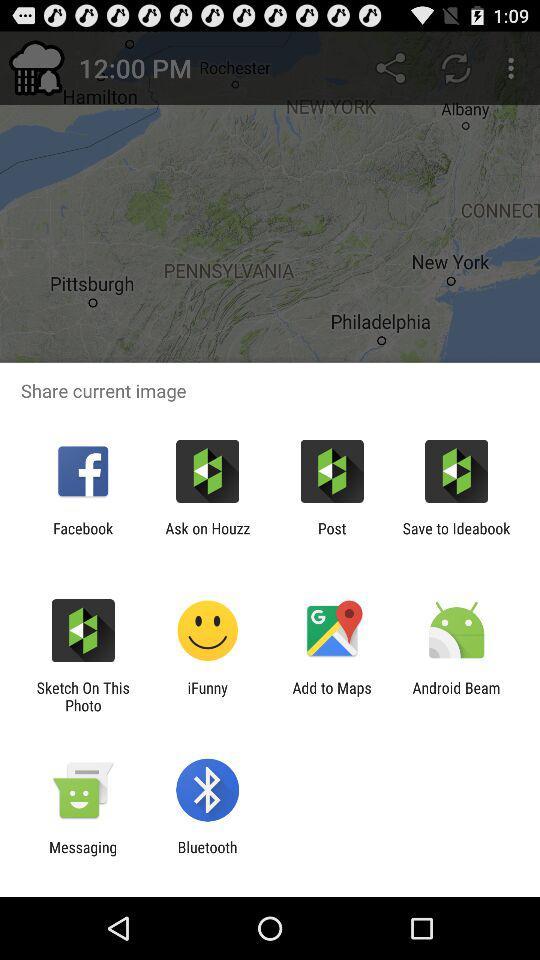  What do you see at coordinates (456, 536) in the screenshot?
I see `the icon next to the post` at bounding box center [456, 536].